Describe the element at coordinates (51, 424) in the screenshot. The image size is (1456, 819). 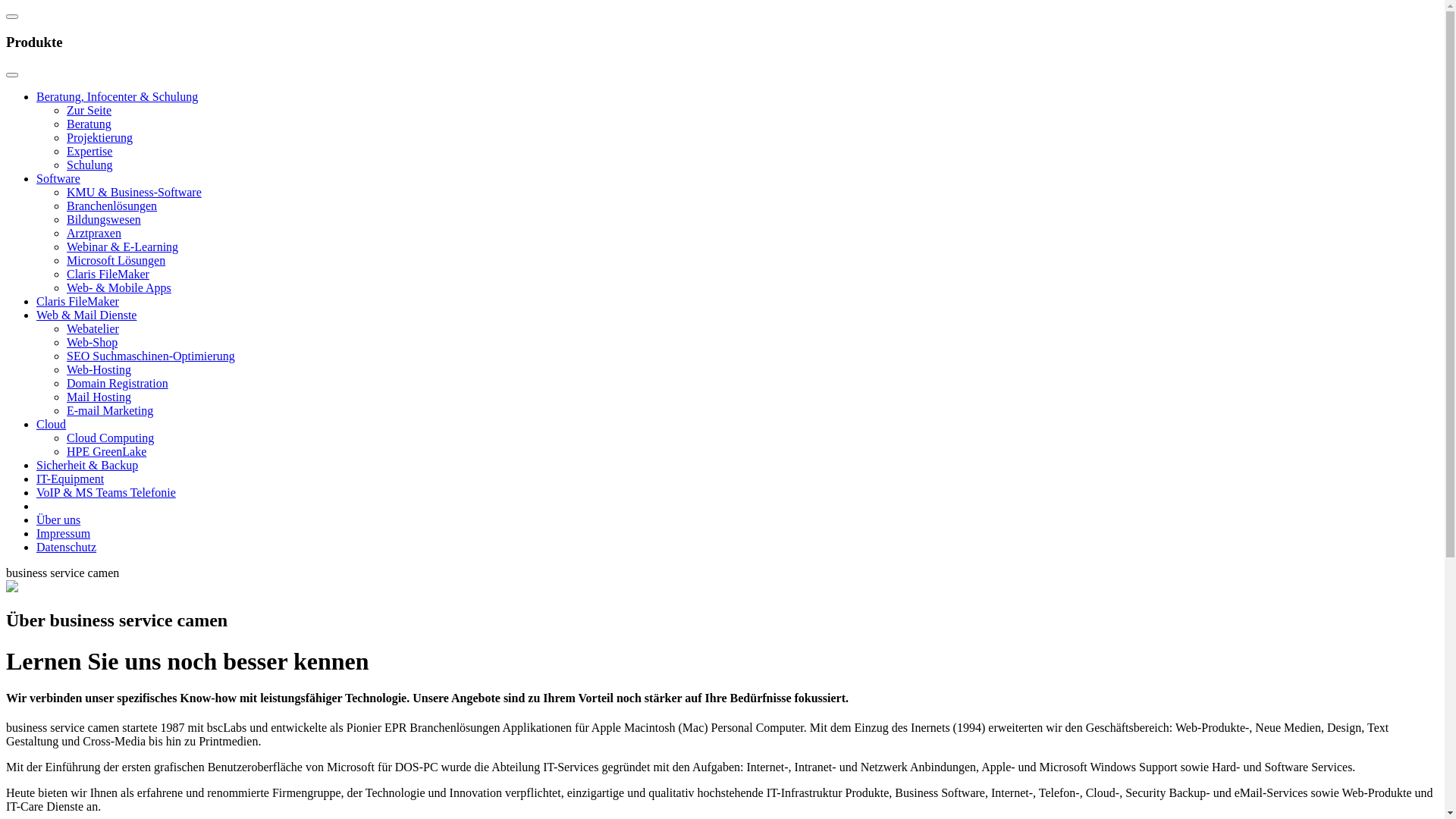
I see `'Cloud'` at that location.